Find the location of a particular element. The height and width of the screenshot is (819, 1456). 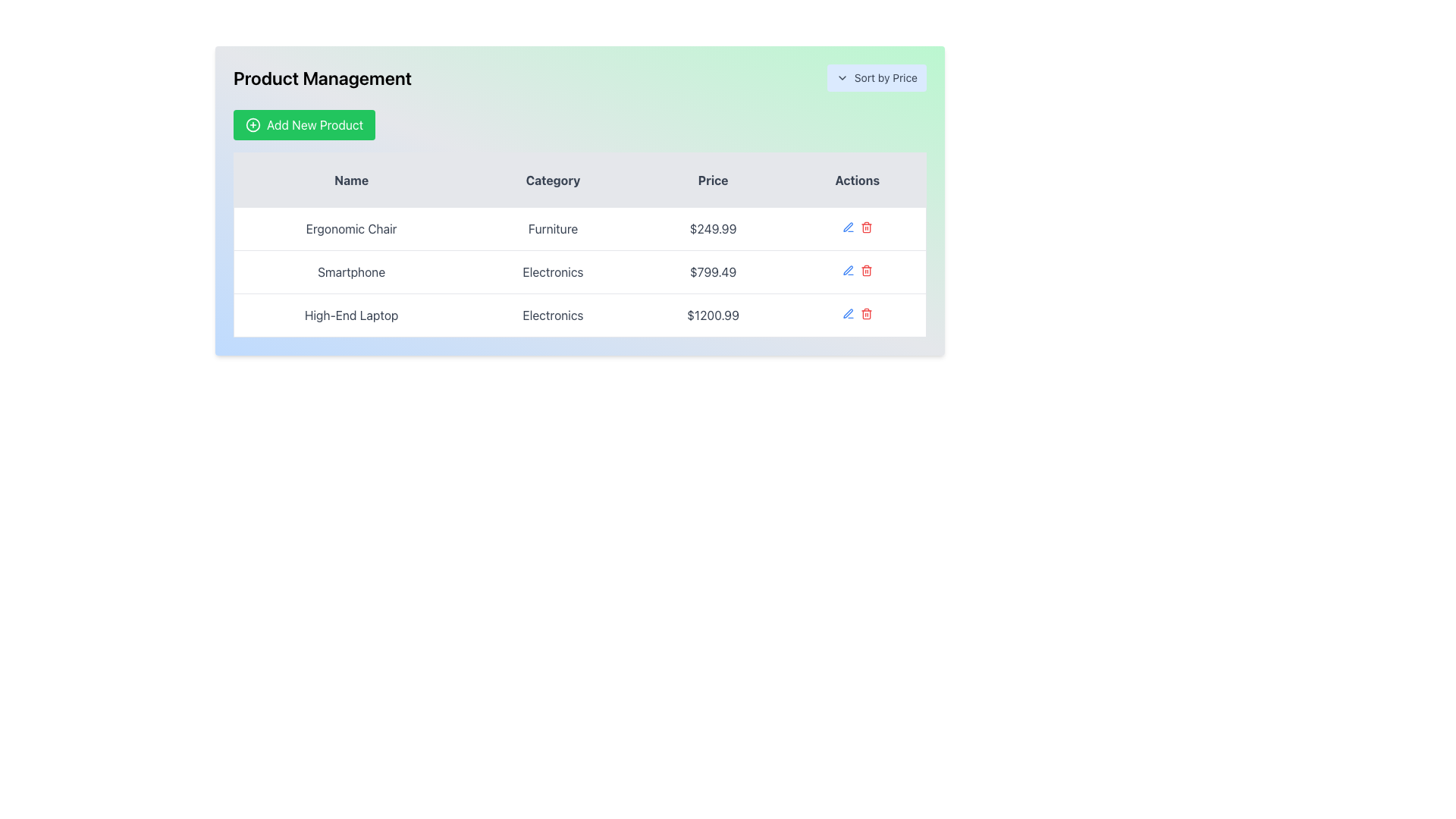

the 'Price' text label in the third column of the table header is located at coordinates (712, 179).